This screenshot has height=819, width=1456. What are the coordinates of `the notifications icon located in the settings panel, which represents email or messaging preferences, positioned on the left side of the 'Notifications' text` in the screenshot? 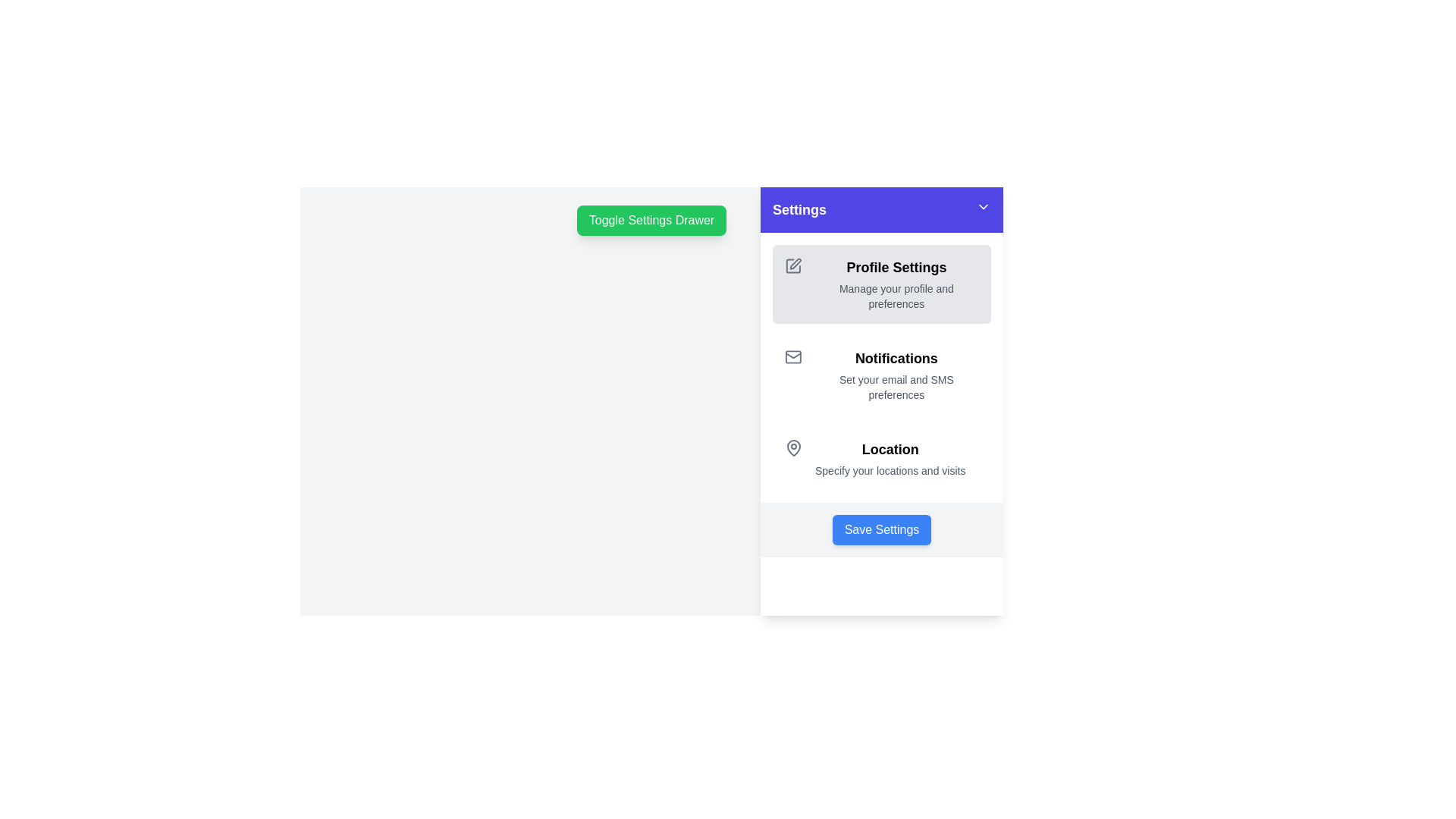 It's located at (792, 356).